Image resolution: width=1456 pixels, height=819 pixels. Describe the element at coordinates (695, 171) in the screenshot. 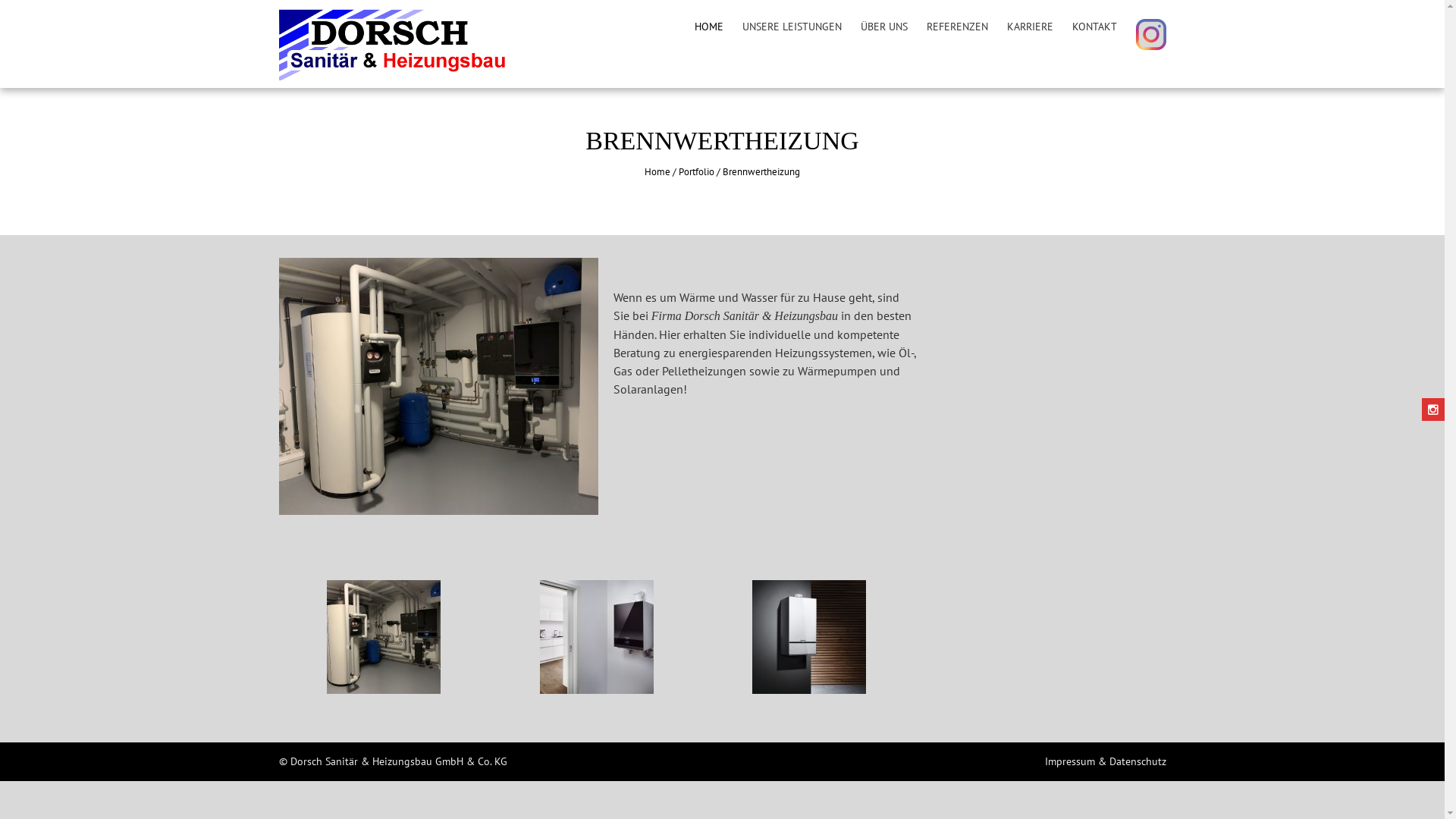

I see `'Portfolio'` at that location.